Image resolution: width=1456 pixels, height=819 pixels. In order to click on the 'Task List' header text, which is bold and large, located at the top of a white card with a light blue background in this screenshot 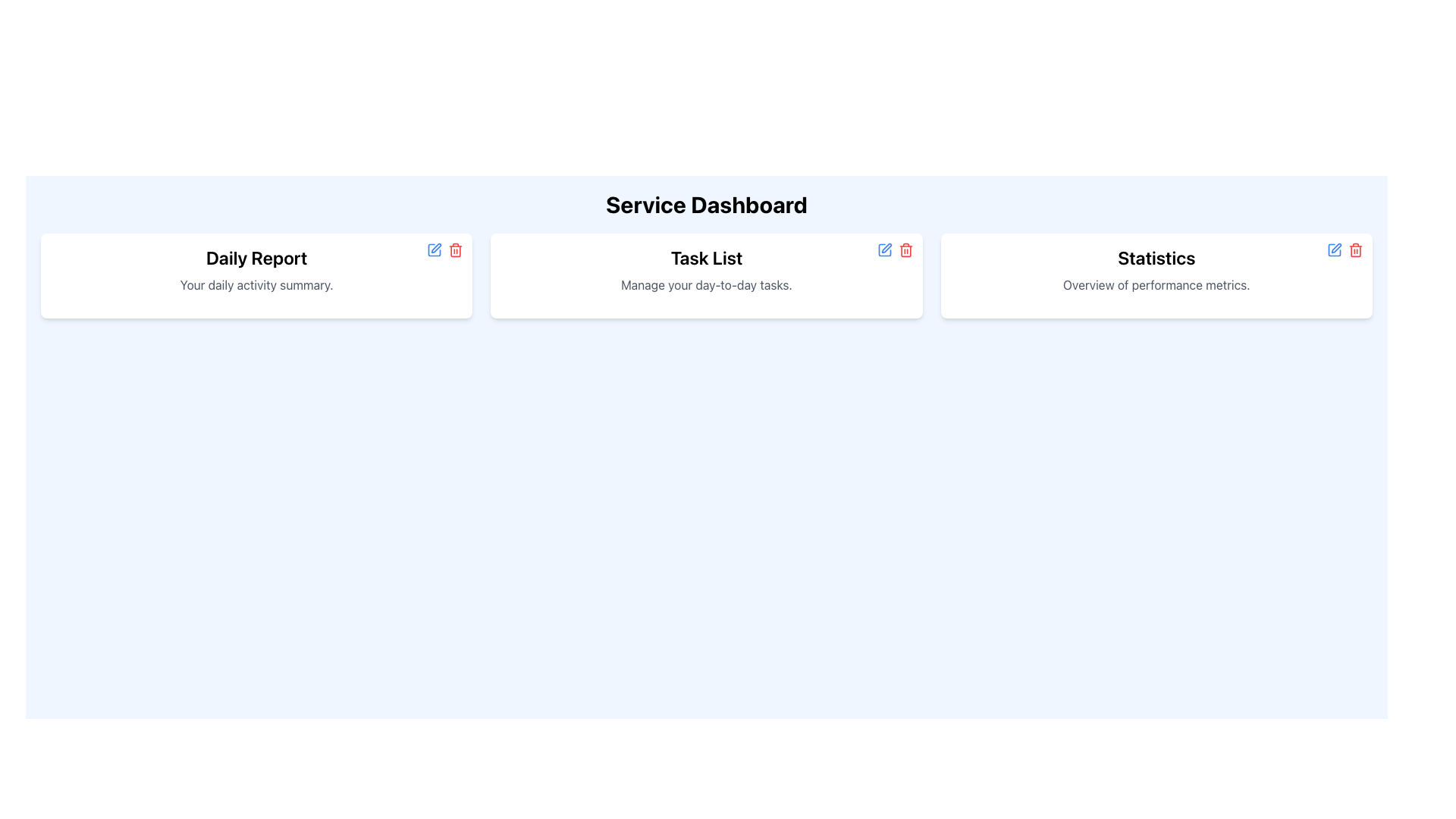, I will do `click(705, 256)`.